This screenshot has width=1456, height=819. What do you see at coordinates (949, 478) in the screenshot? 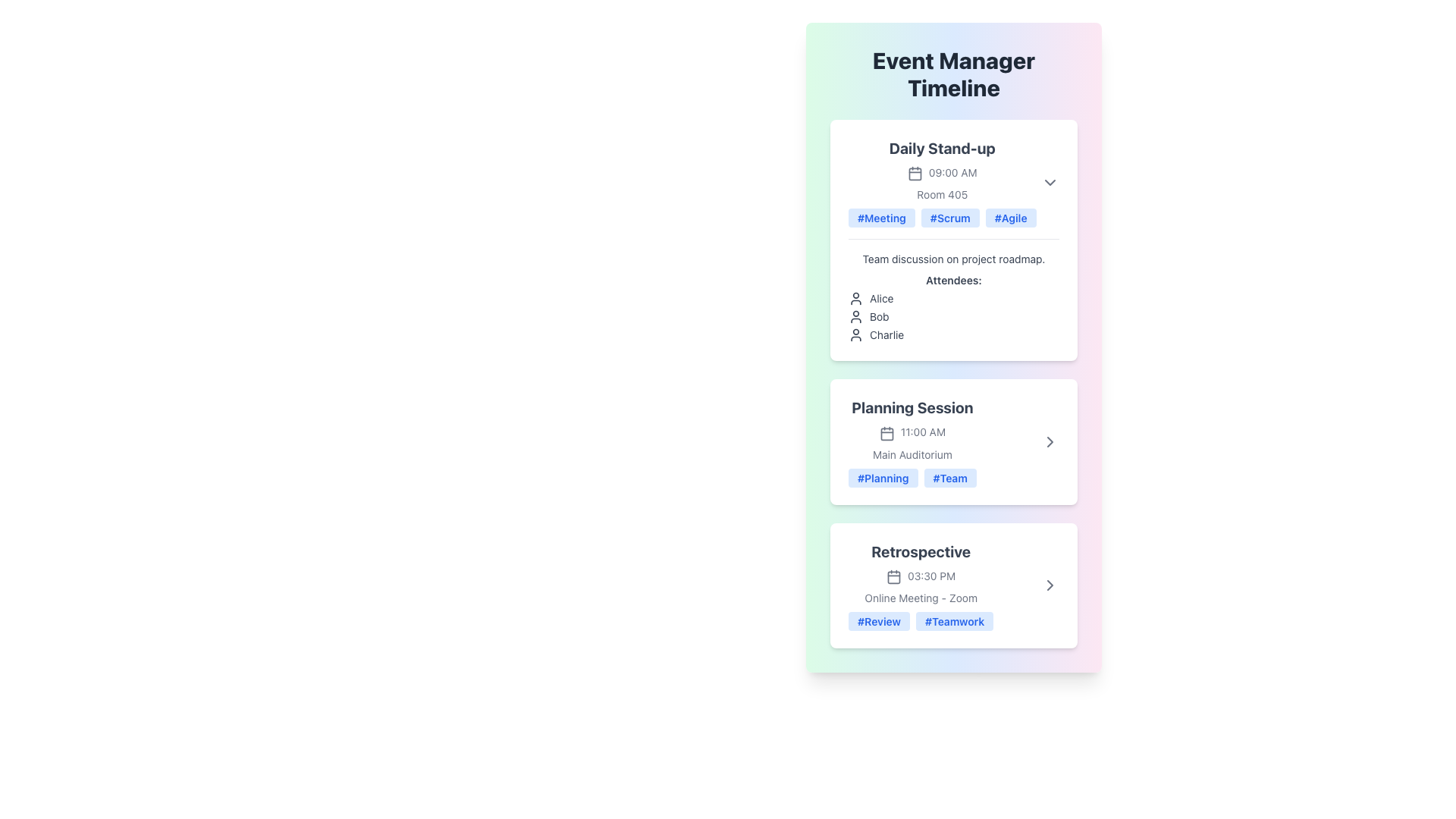
I see `the second tag in the horizontal group of tags at the bottom of the 'Planning Session' card` at bounding box center [949, 478].